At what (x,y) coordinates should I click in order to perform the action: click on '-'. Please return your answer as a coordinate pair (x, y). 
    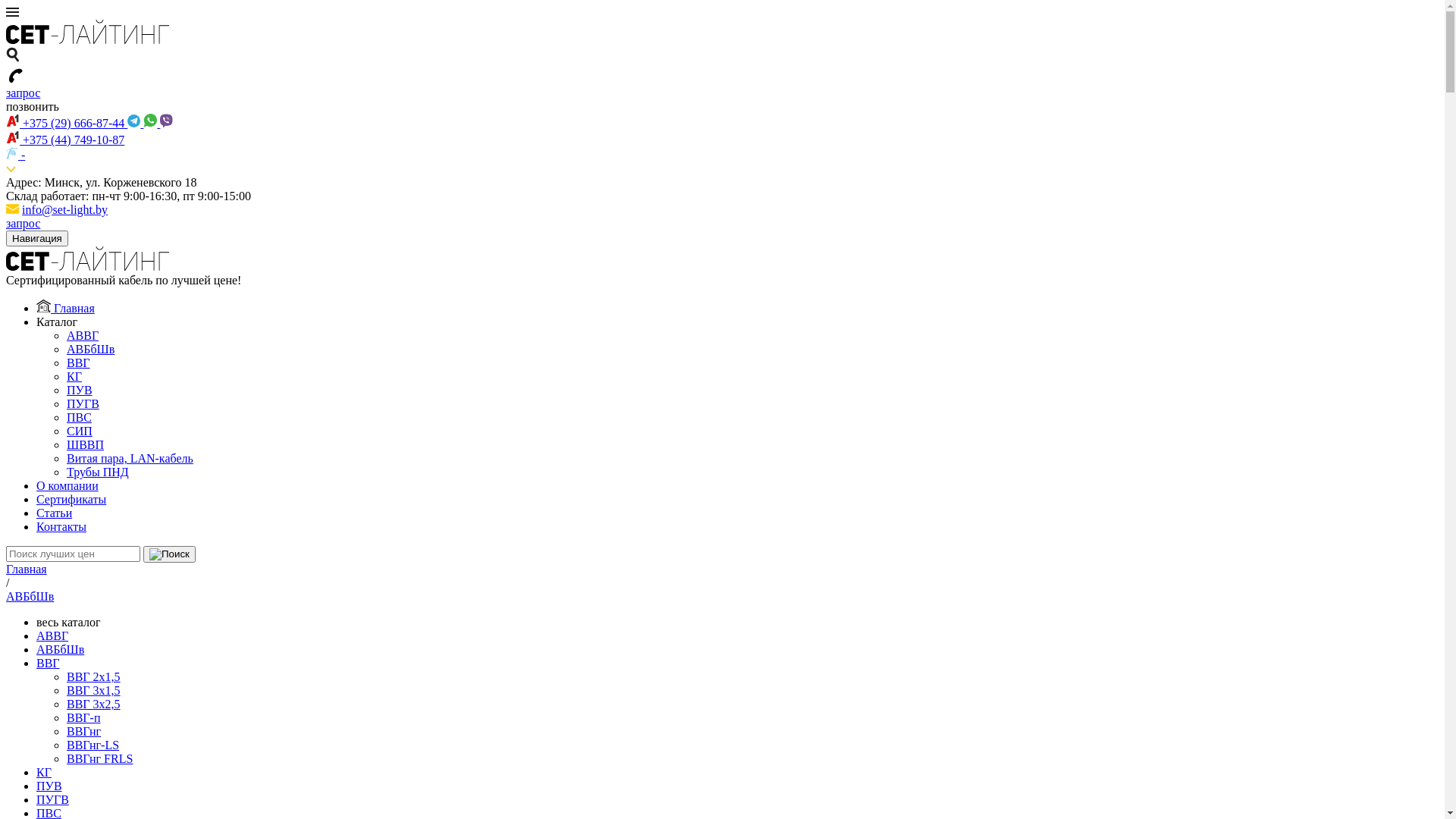
    Looking at the image, I should click on (15, 155).